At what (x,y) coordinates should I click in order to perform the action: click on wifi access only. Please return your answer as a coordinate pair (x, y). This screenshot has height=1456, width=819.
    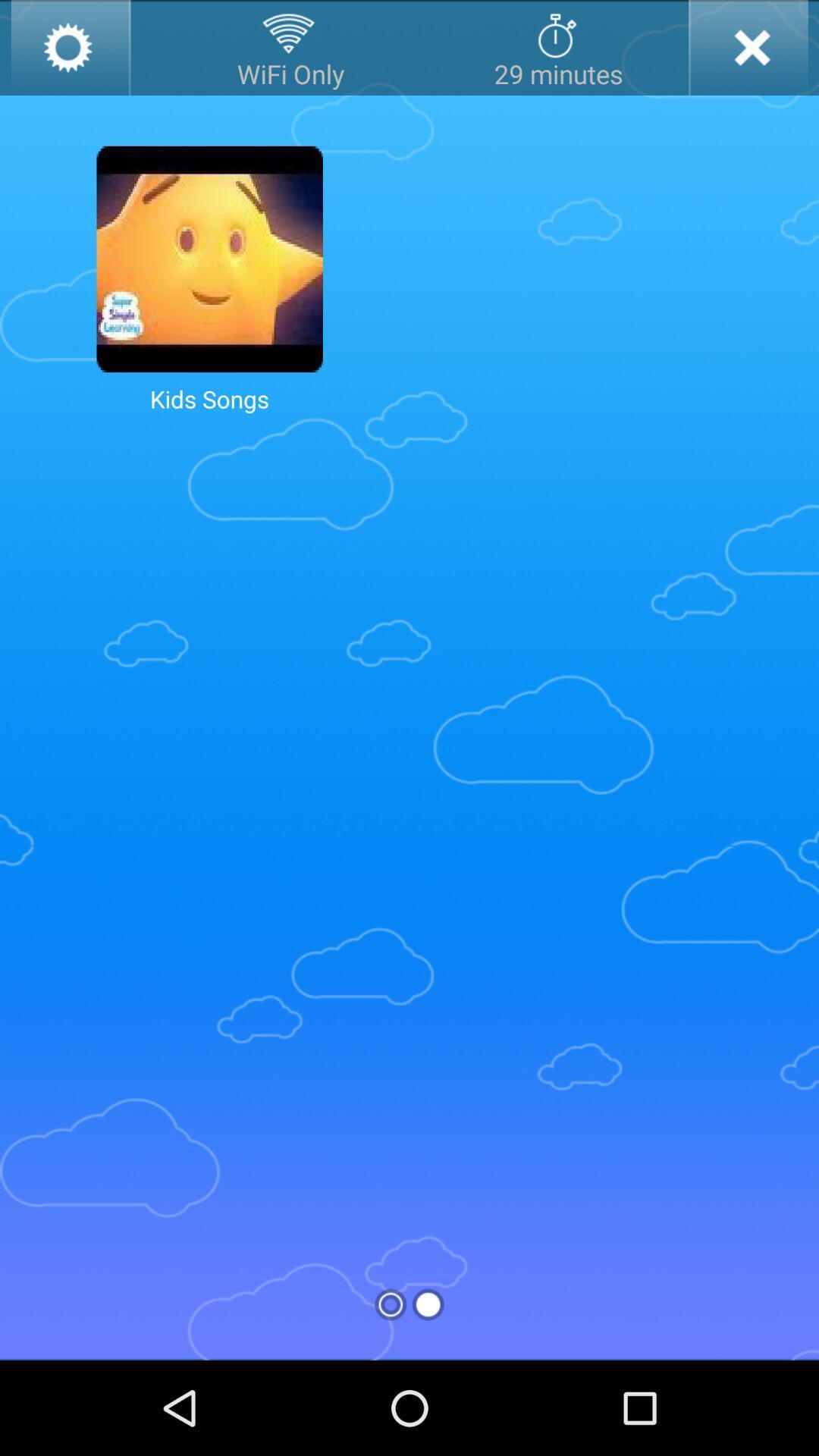
    Looking at the image, I should click on (290, 47).